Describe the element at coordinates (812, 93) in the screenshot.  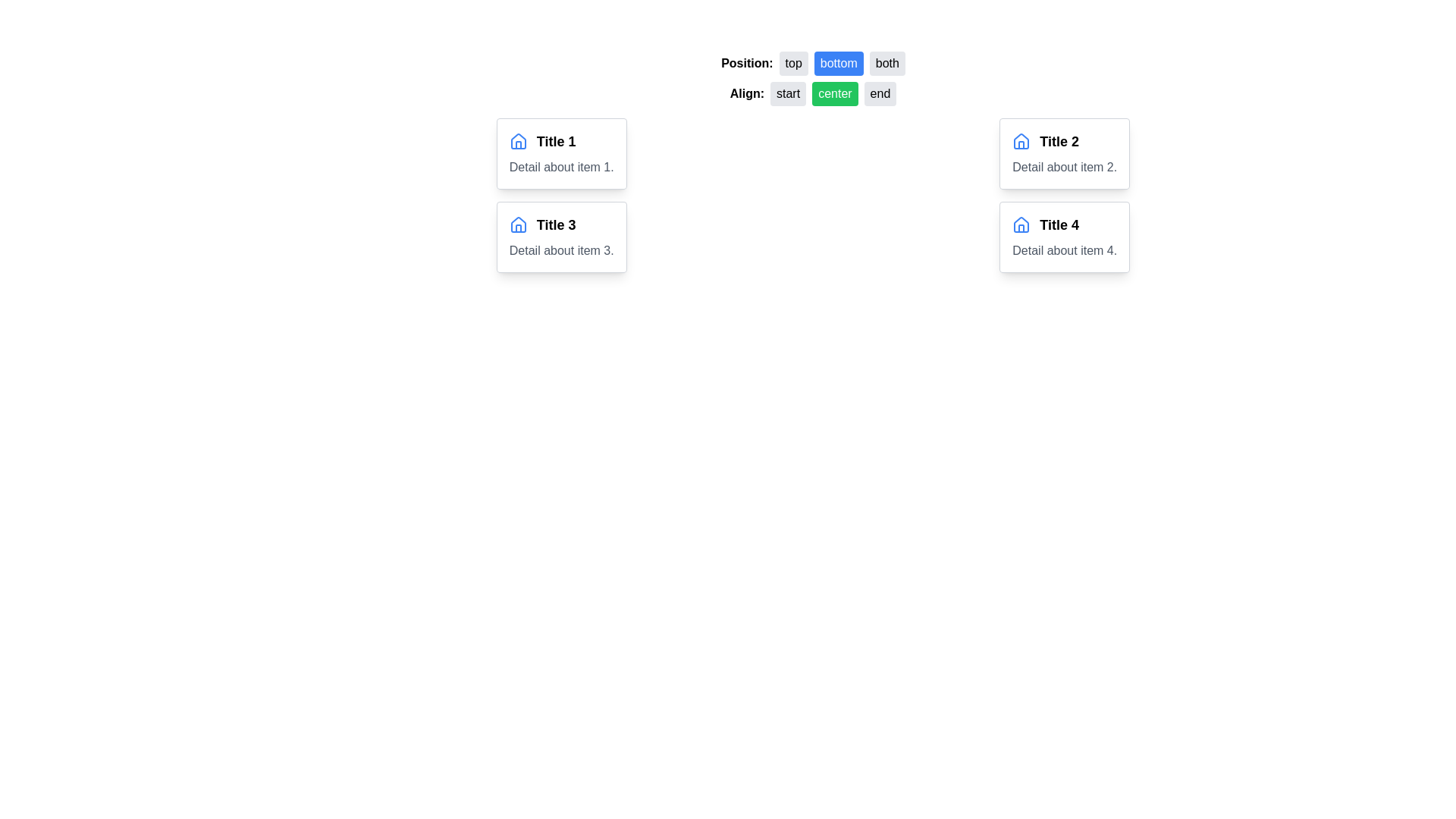
I see `the 'center' alignment button located under the 'Align:' label` at that location.